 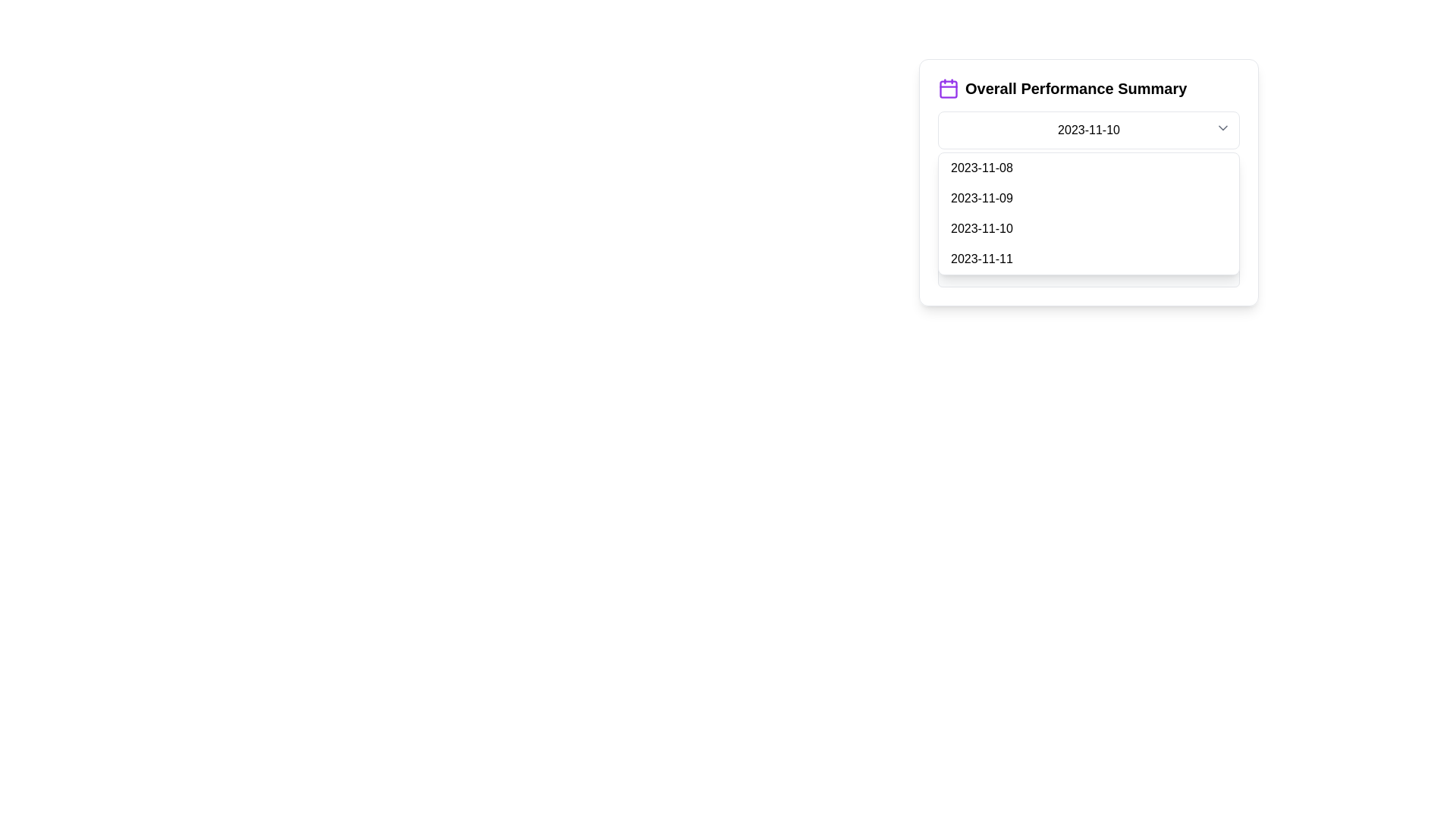 What do you see at coordinates (948, 89) in the screenshot?
I see `the decorative graphical element within the calendar icon located at the top-left of the performance summary card` at bounding box center [948, 89].